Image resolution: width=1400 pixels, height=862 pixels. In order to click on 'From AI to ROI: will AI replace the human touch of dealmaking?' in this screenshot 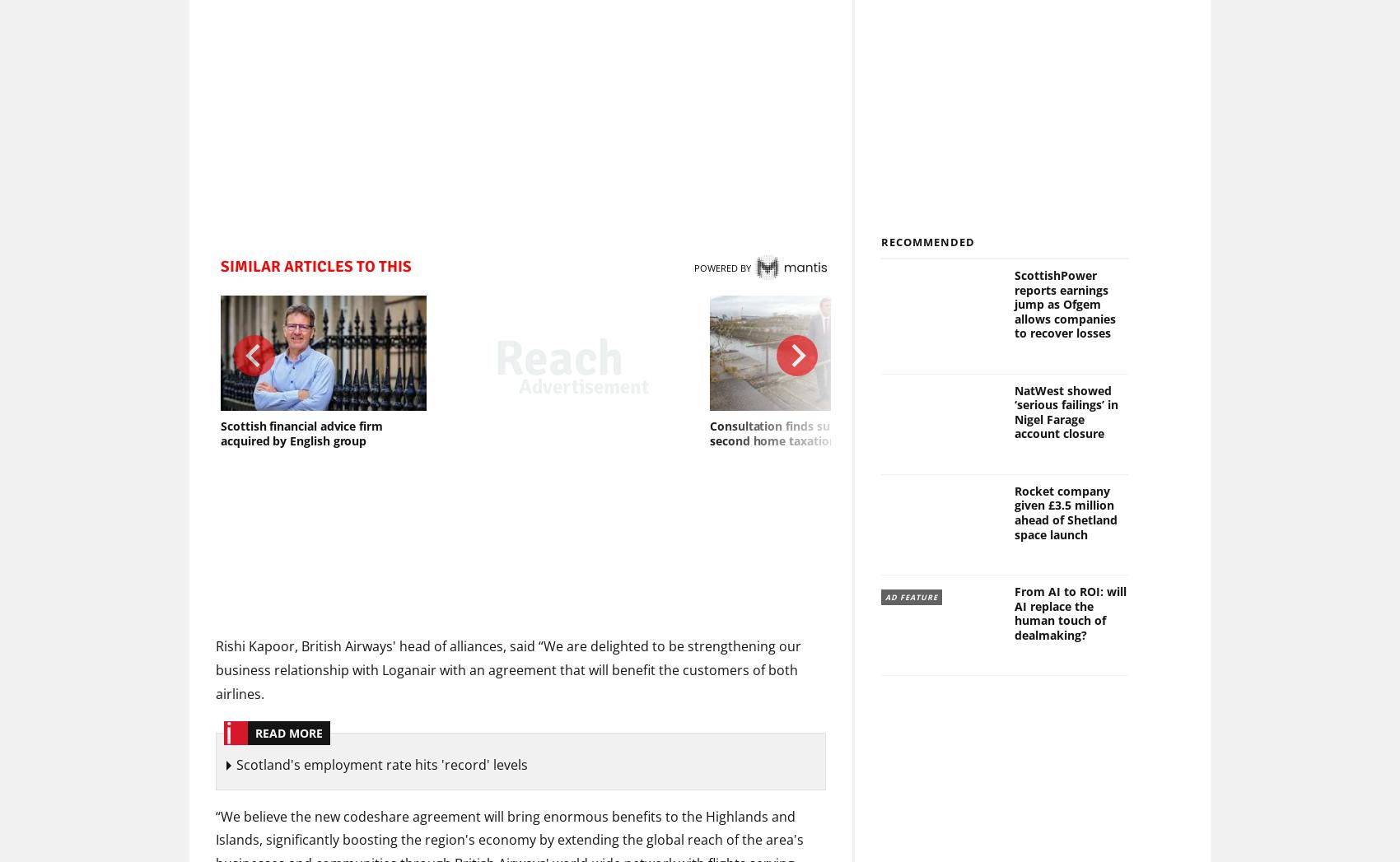, I will do `click(1069, 613)`.